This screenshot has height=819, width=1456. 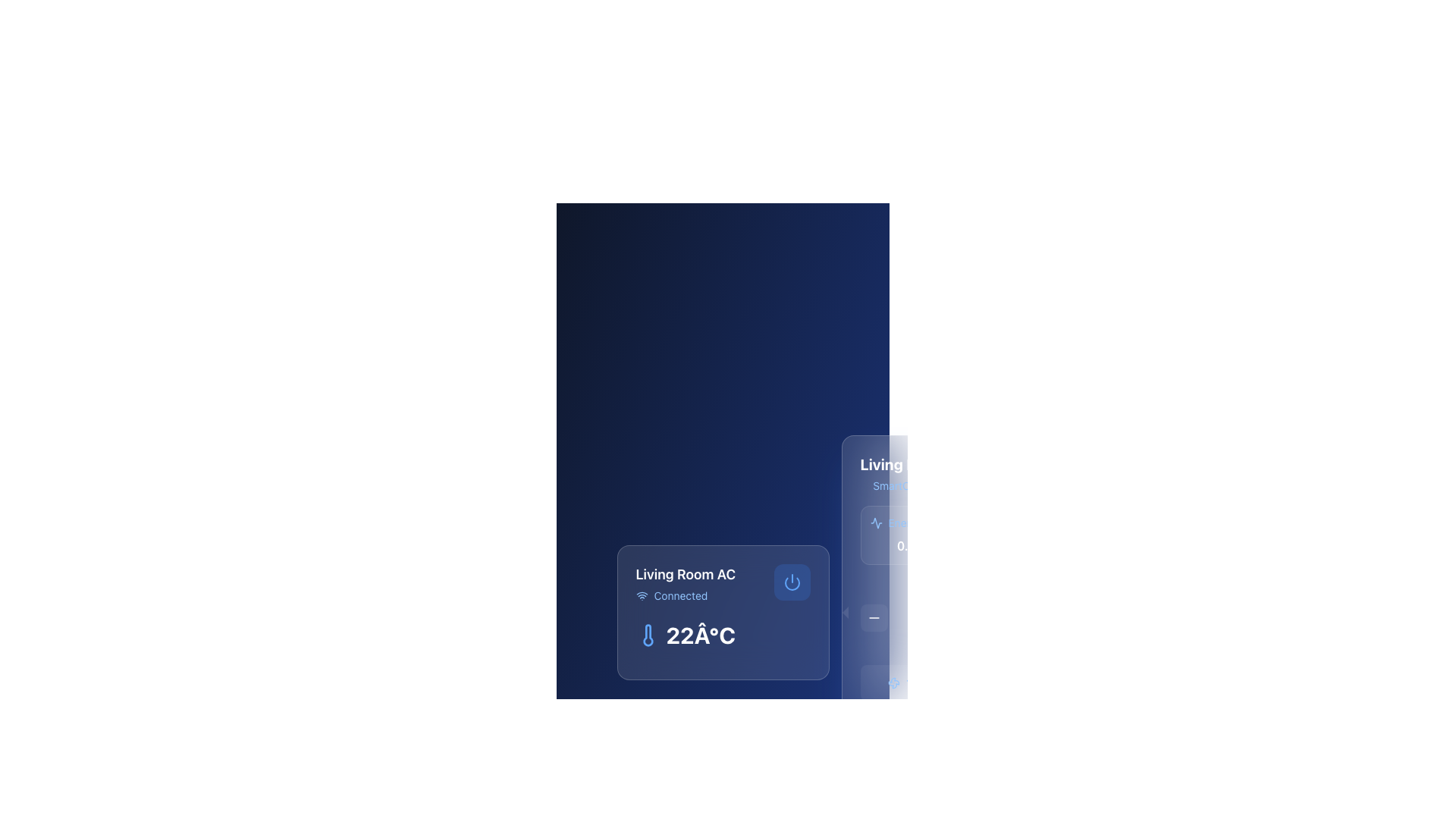 What do you see at coordinates (876, 522) in the screenshot?
I see `the decorative status icon located on the right side of the application's interface, which symbolizes activity or status` at bounding box center [876, 522].